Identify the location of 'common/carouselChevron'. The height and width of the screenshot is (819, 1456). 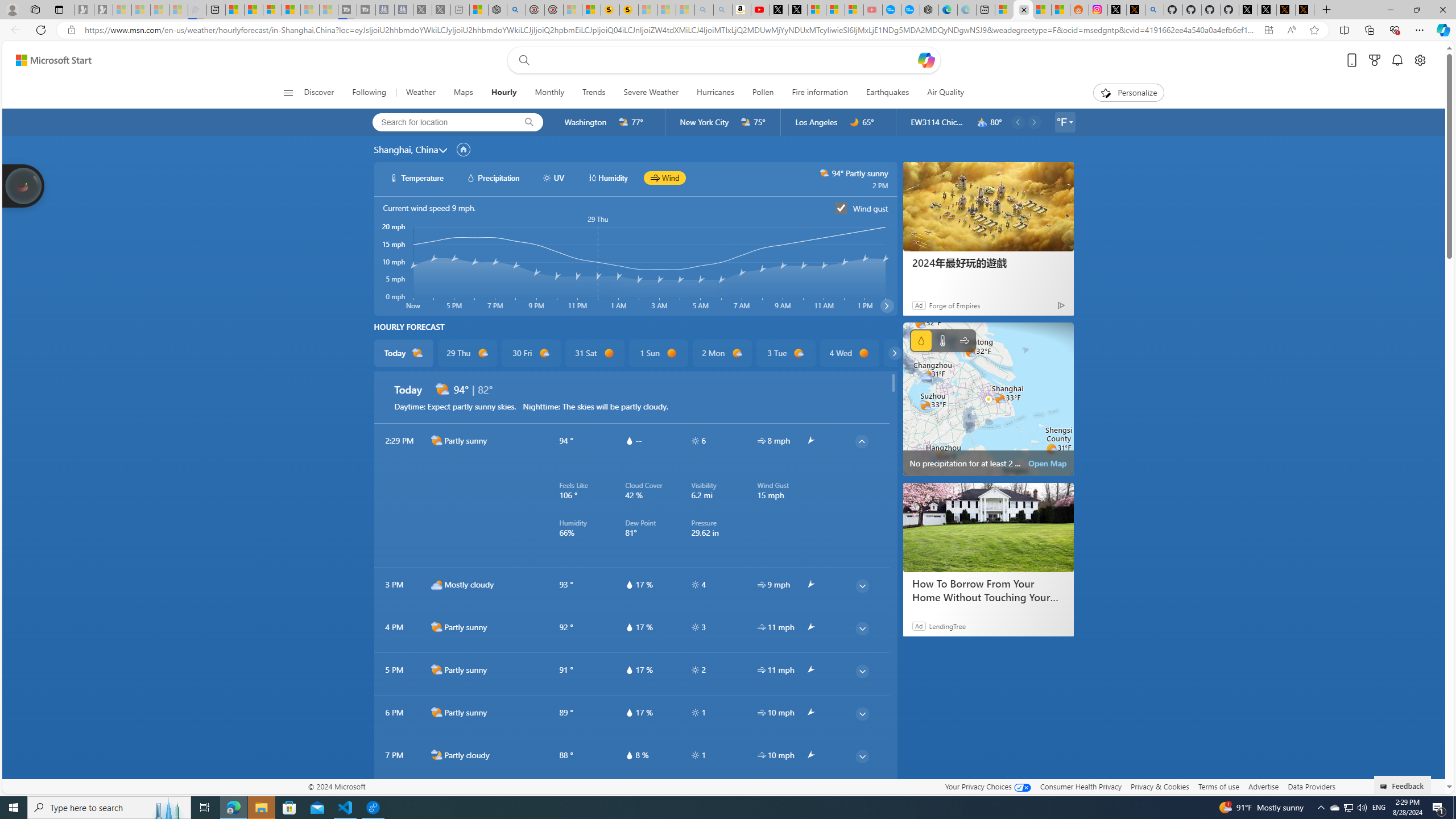
(895, 353).